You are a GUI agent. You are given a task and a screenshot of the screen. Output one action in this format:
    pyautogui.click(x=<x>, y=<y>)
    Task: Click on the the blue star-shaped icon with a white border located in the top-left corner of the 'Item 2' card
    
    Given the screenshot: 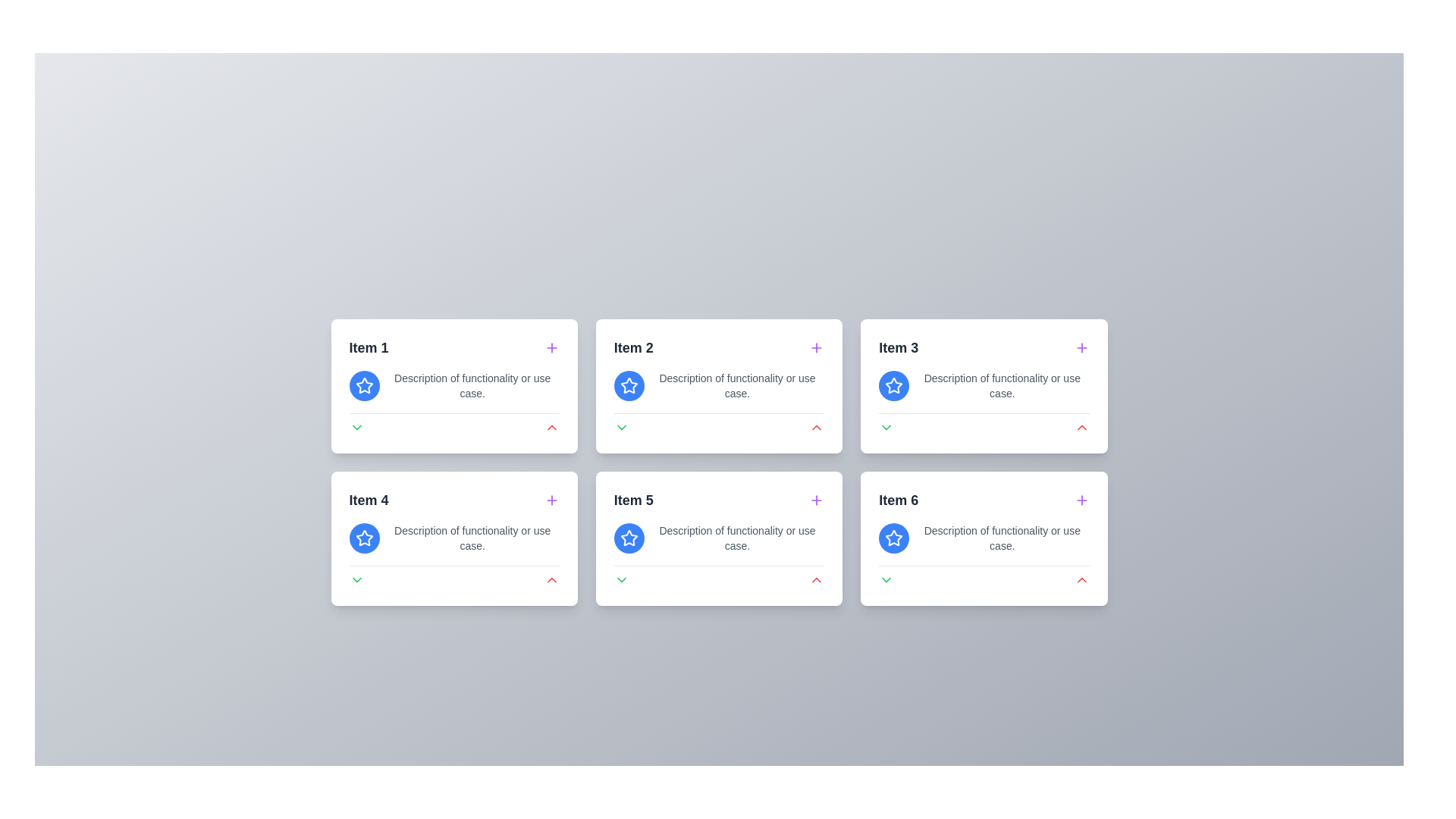 What is the action you would take?
    pyautogui.click(x=629, y=384)
    